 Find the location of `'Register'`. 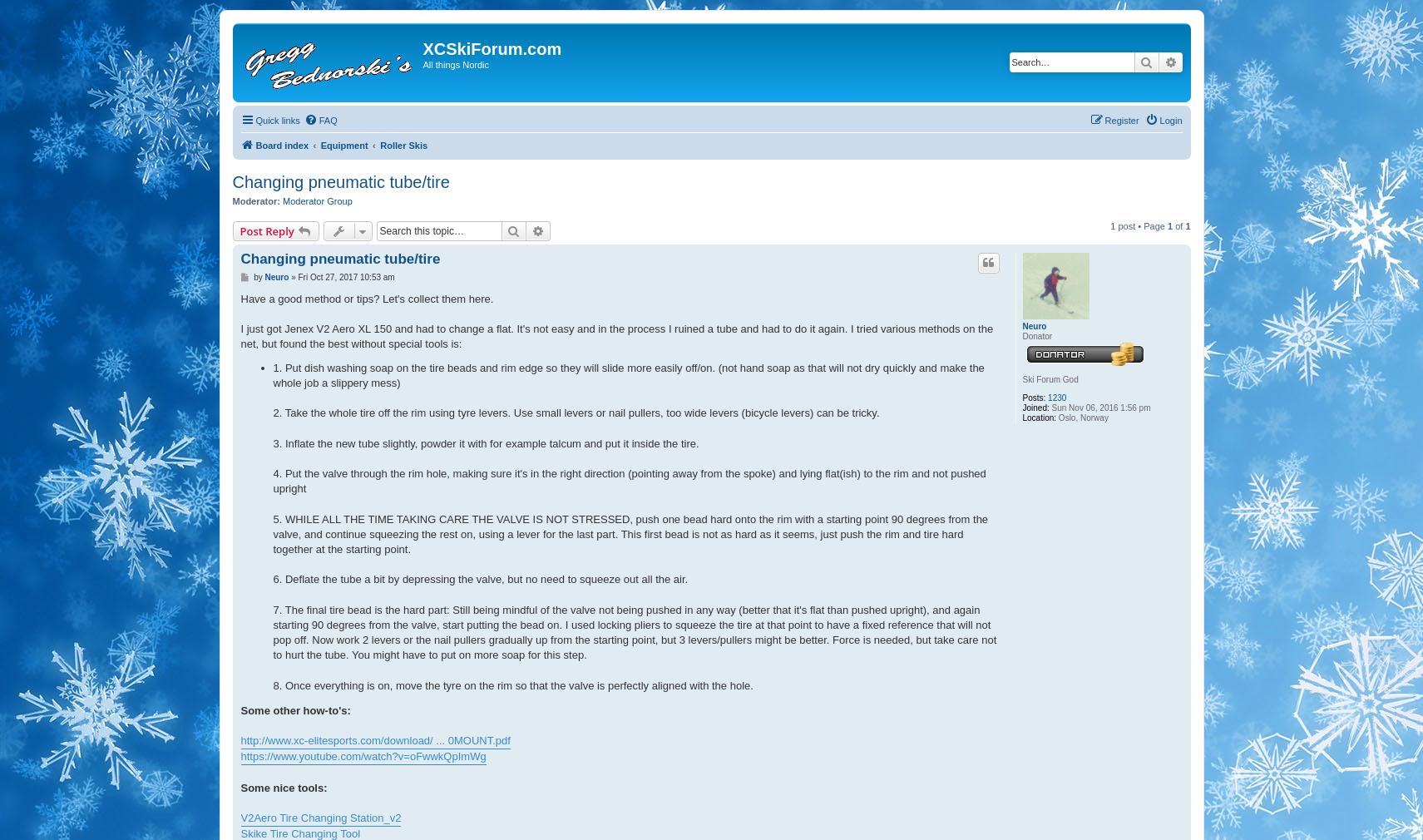

'Register' is located at coordinates (1104, 120).